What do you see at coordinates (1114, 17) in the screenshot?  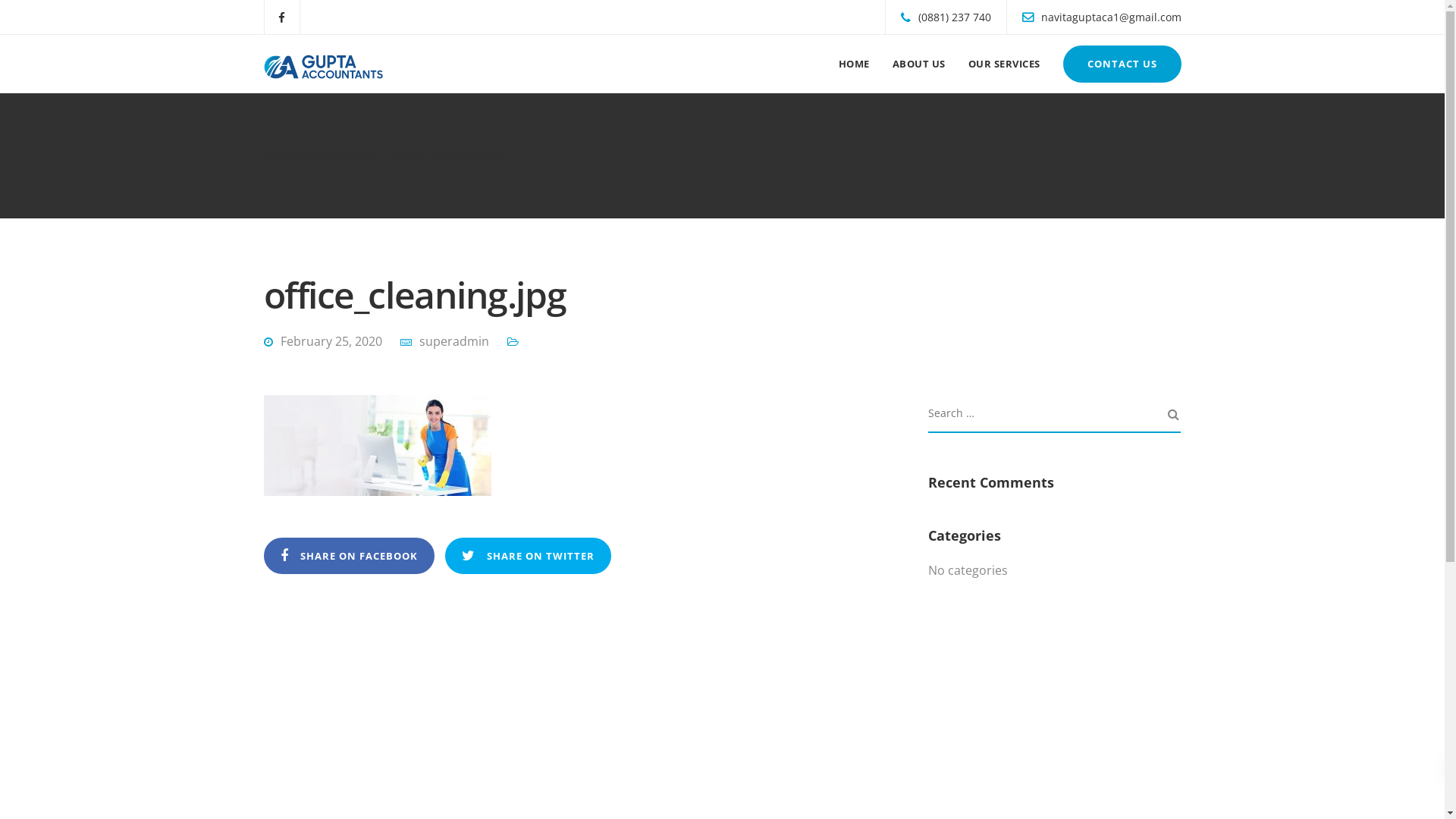 I see `'navitaguptaca1@gmail.com'` at bounding box center [1114, 17].